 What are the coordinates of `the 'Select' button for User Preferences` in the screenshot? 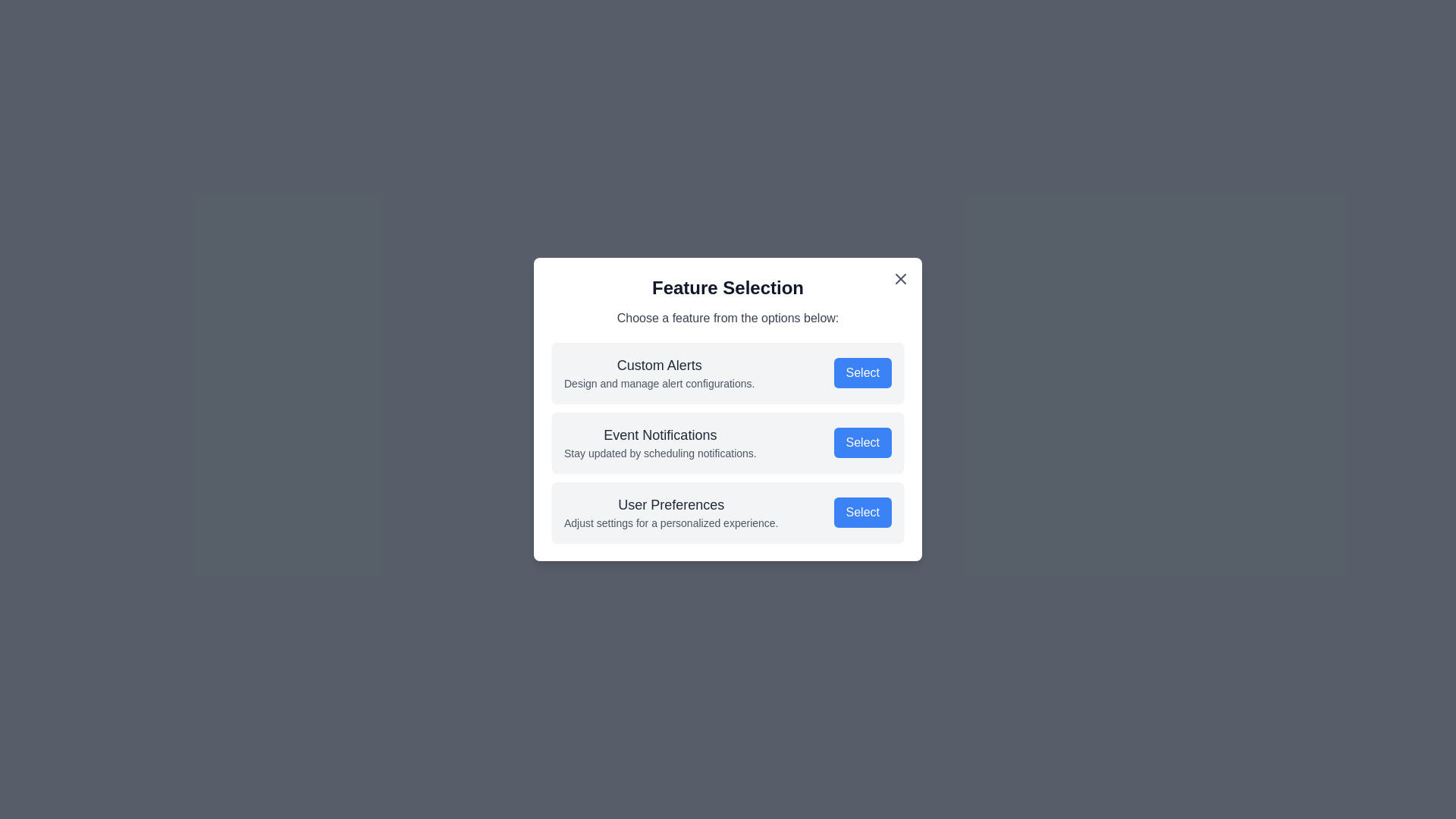 It's located at (862, 512).